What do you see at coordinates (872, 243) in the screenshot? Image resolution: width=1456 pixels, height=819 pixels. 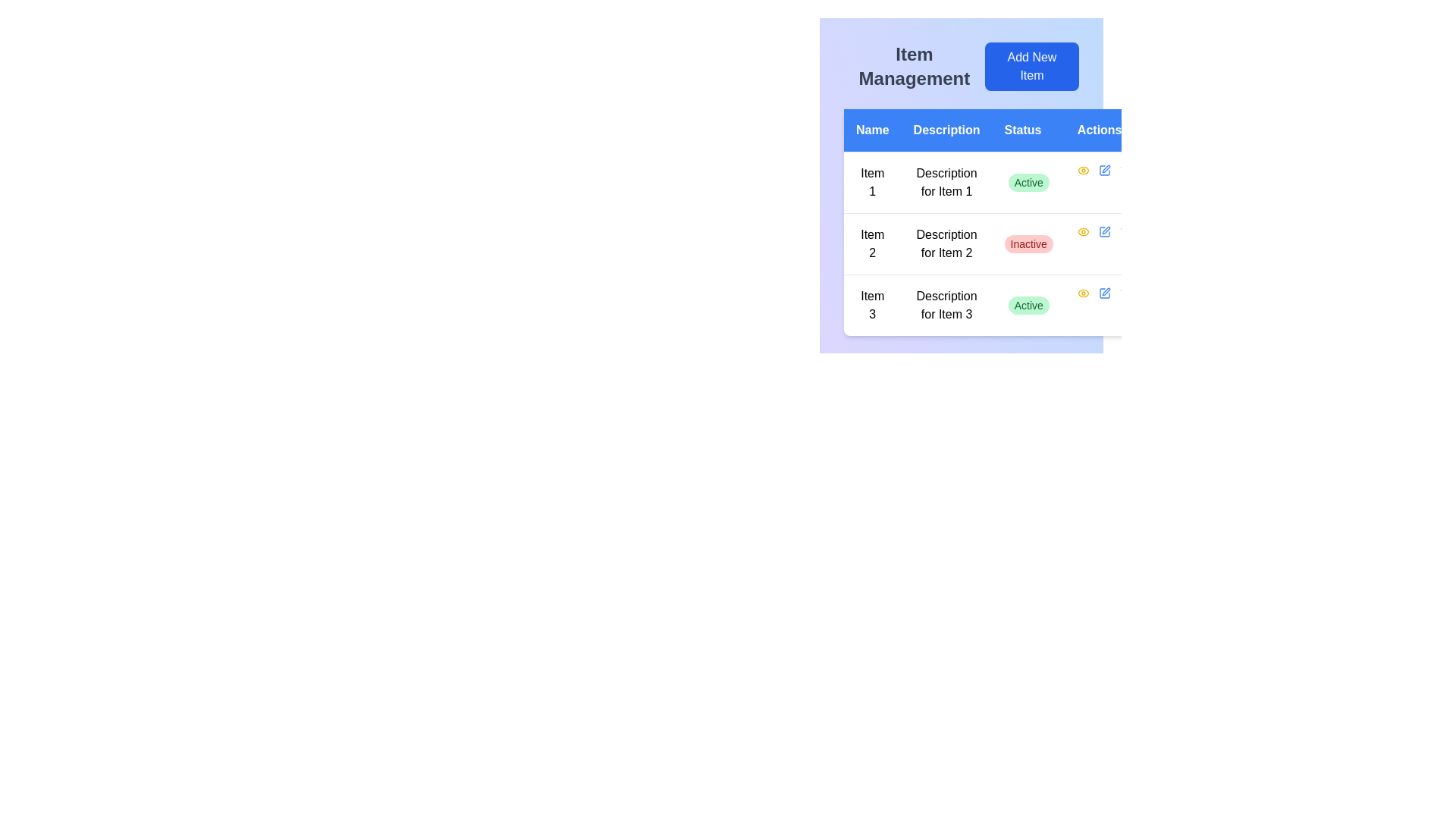 I see `the textual content representing the name of the second item in the table, located in the second row under the 'Name' column` at bounding box center [872, 243].